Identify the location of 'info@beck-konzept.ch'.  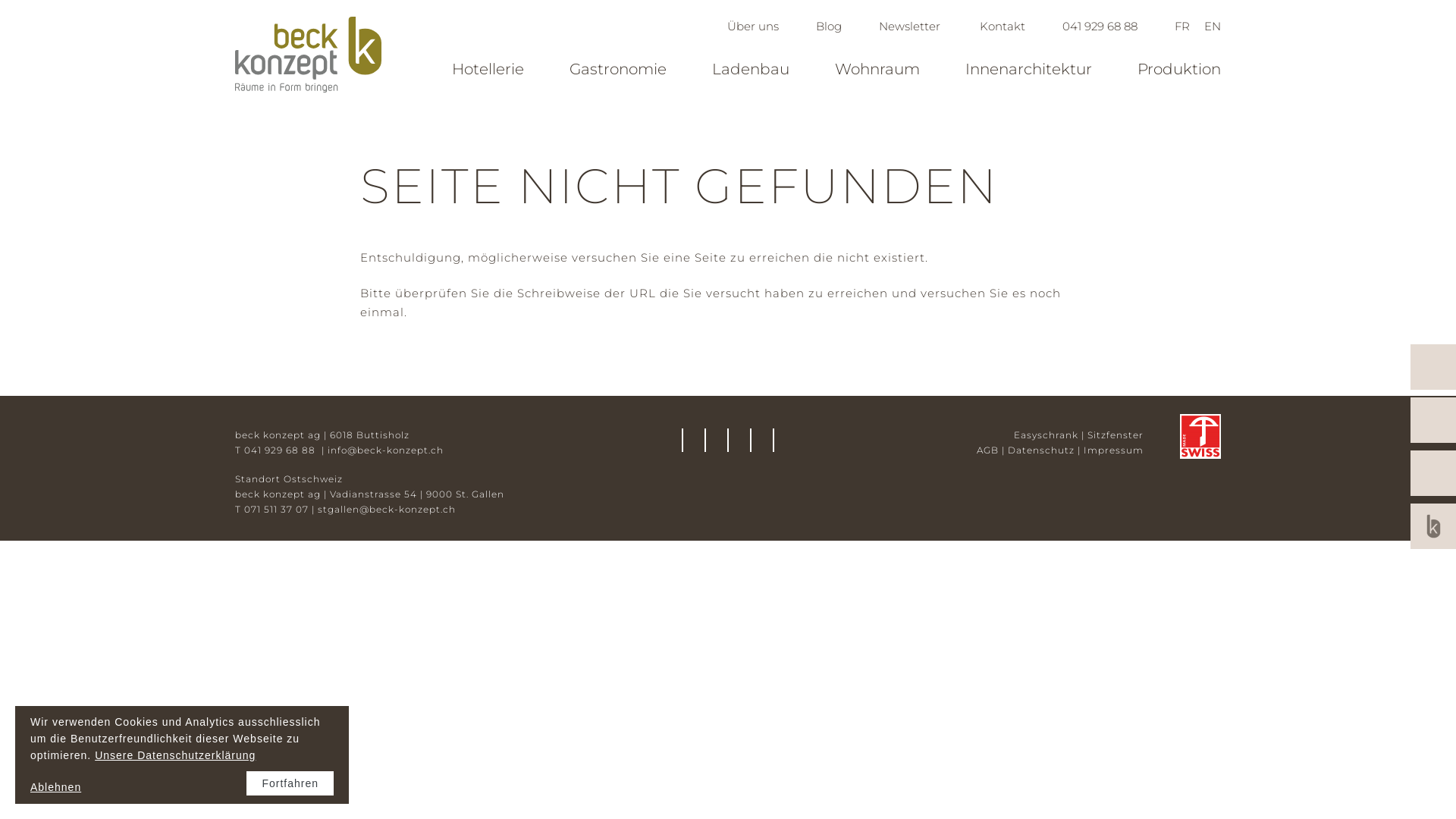
(385, 449).